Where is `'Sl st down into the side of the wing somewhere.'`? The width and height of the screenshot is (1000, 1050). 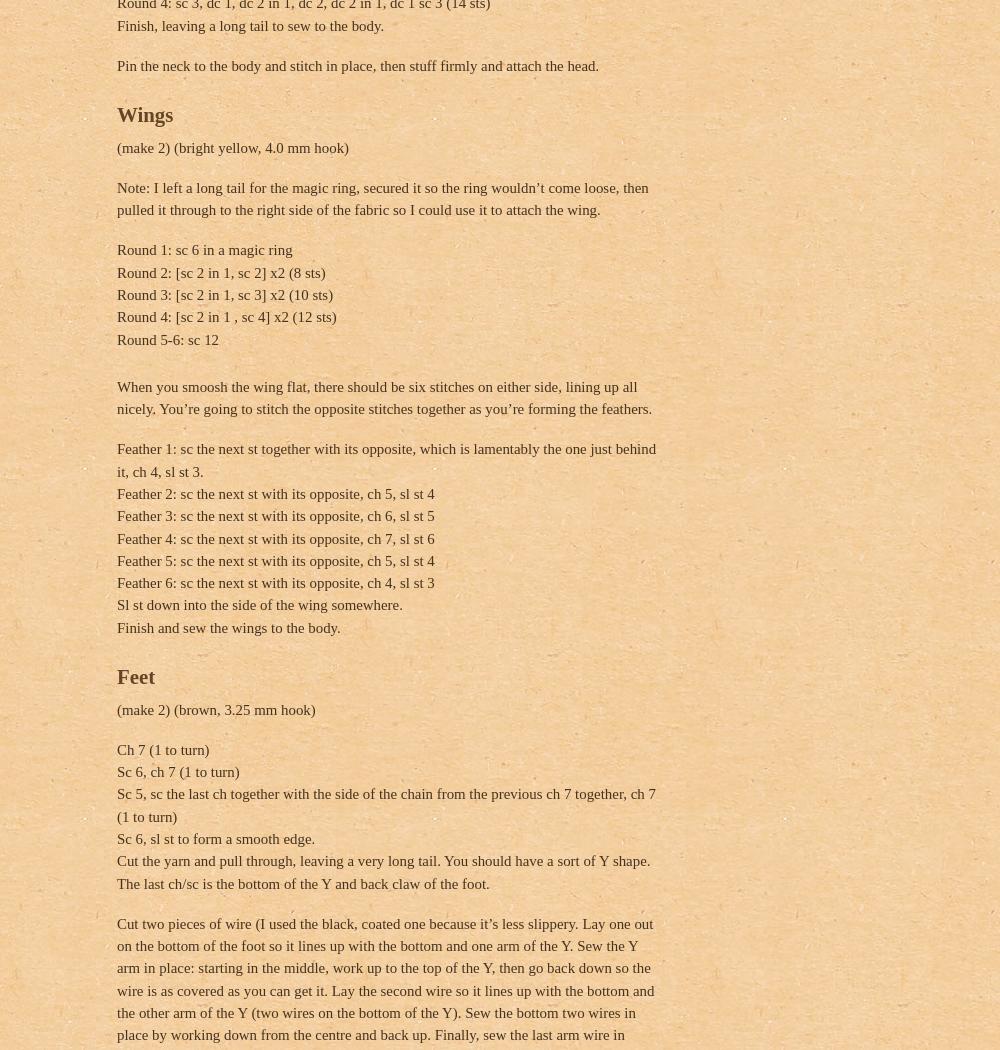
'Sl st down into the side of the wing somewhere.' is located at coordinates (259, 605).